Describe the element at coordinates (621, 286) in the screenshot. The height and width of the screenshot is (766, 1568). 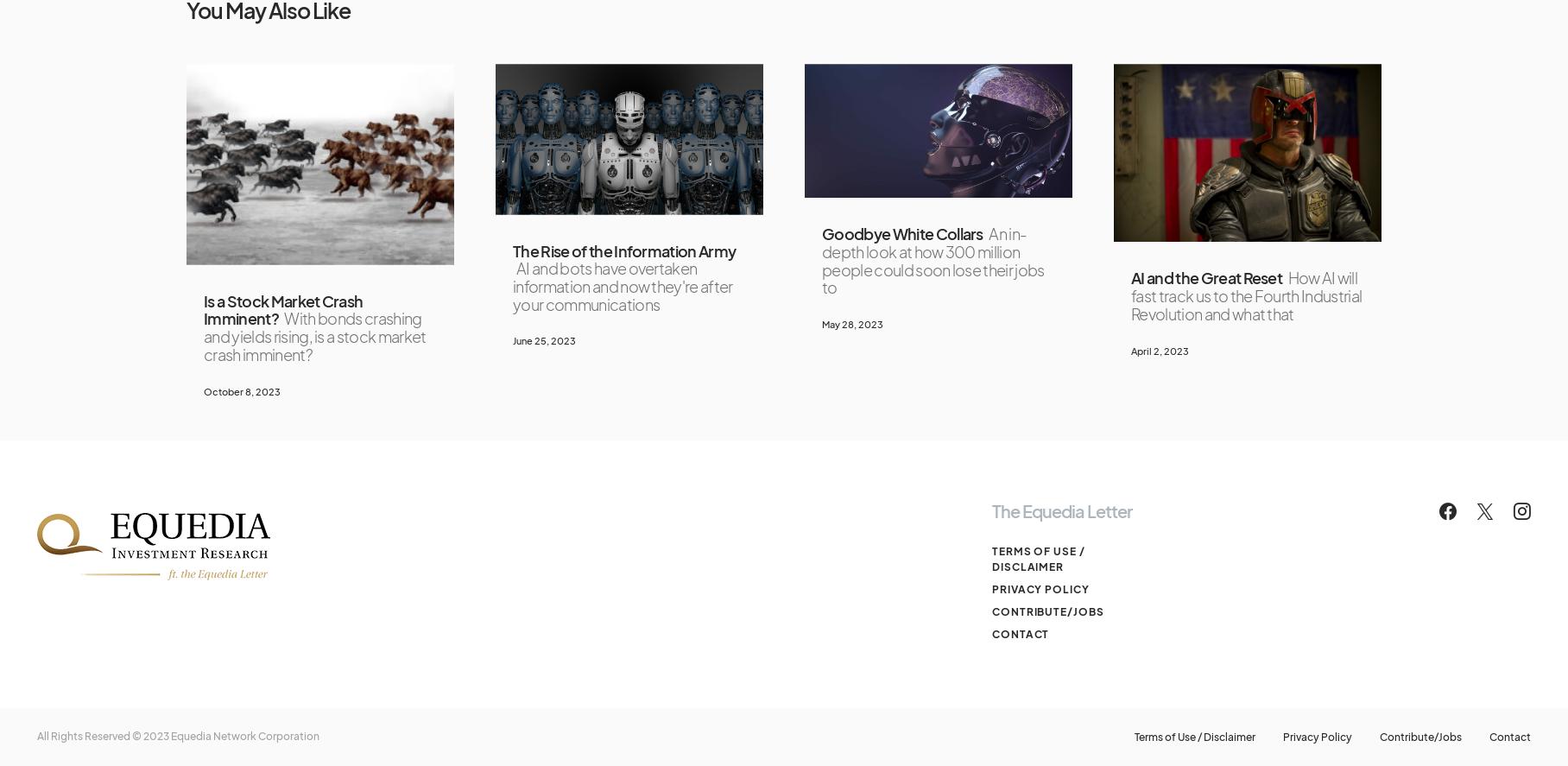
I see `'AI and bots have overtaken information and now they're after your communications'` at that location.